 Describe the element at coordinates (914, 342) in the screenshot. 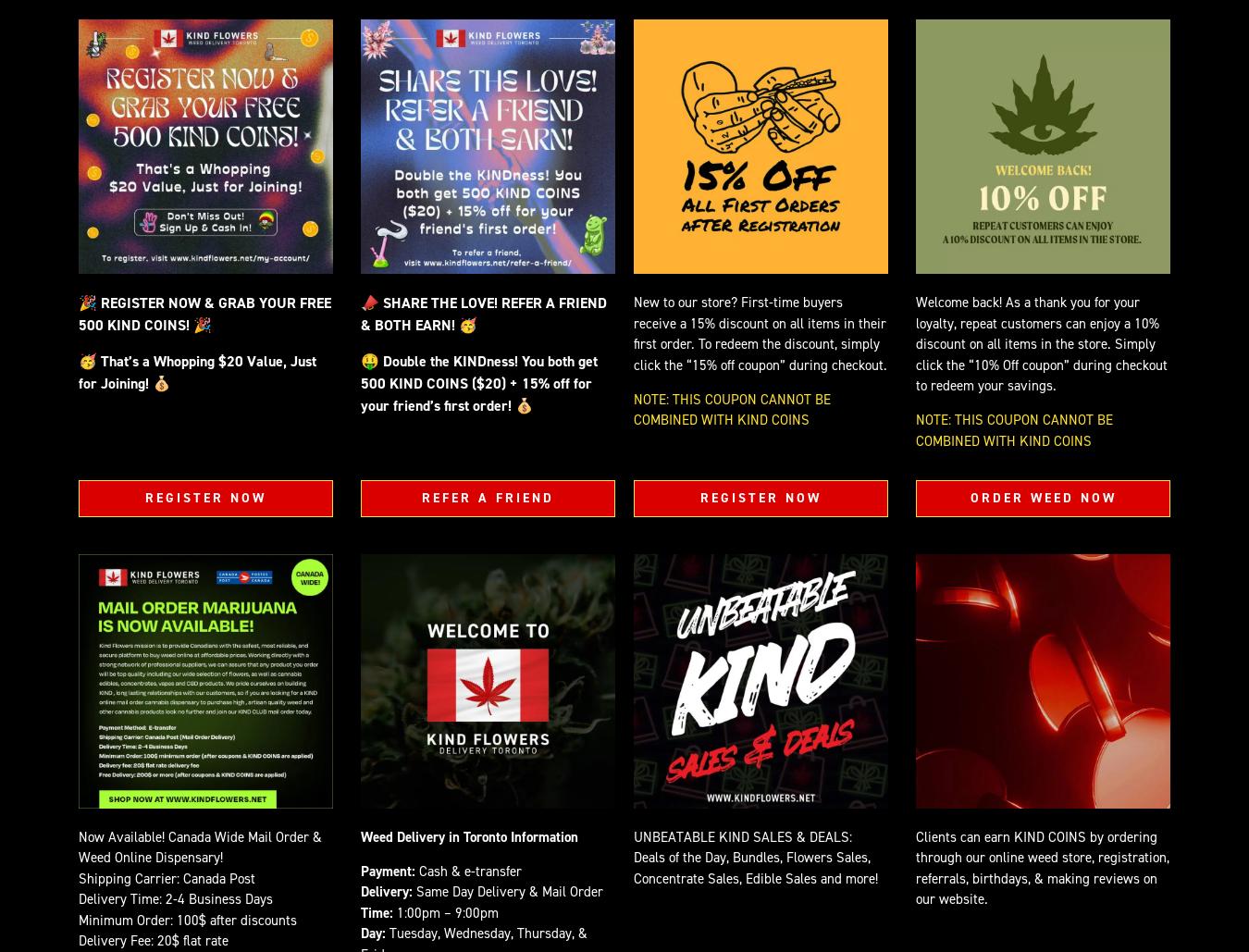

I see `'Welcome back! As a thank you for your loyalty, repeat customers can enjoy a 10% discount on all items in the store. Simply click the “10% Off coupon” during checkout to redeem your savings.'` at that location.